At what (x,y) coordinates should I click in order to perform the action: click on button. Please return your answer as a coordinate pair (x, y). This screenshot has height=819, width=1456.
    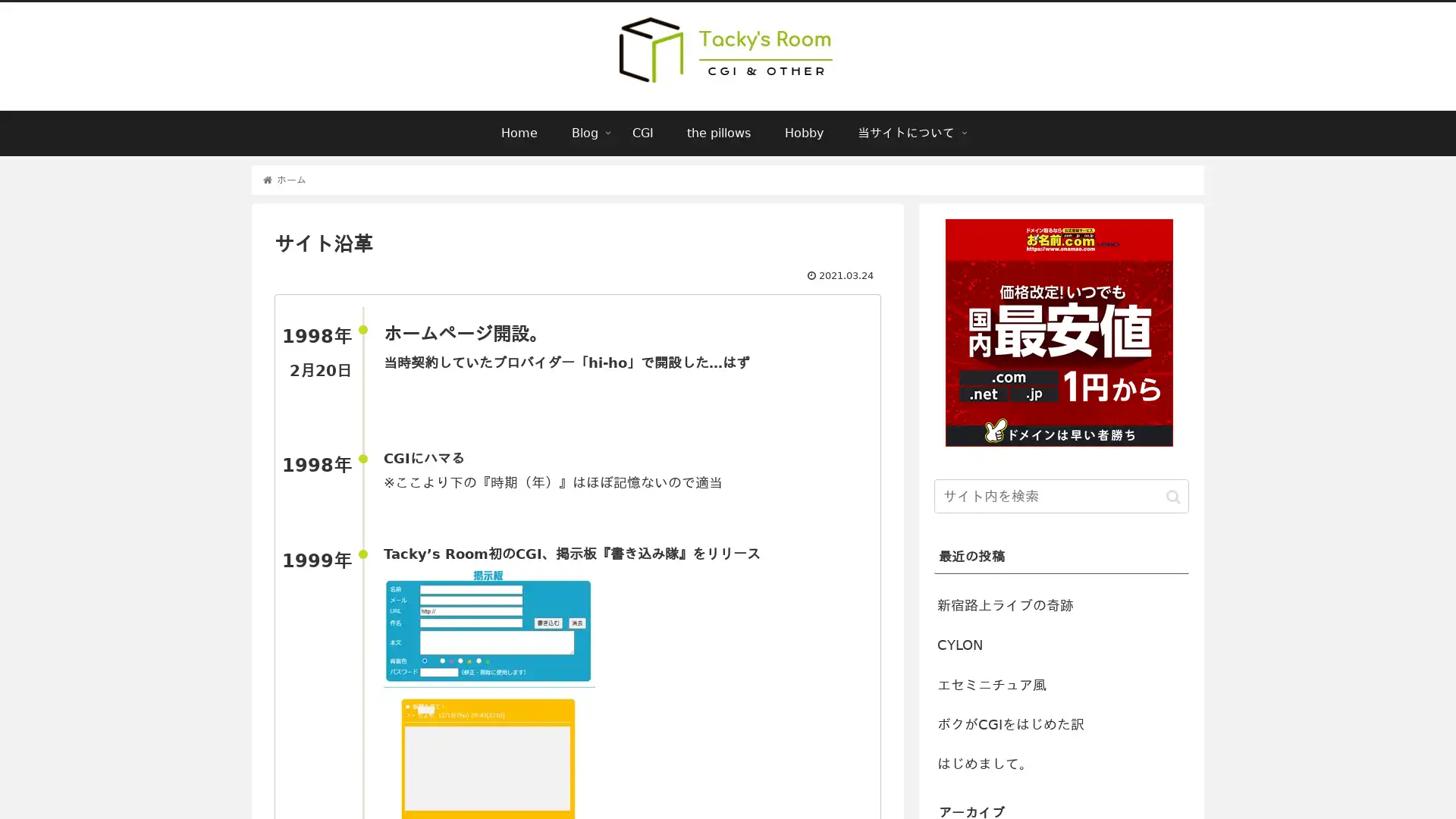
    Looking at the image, I should click on (1172, 496).